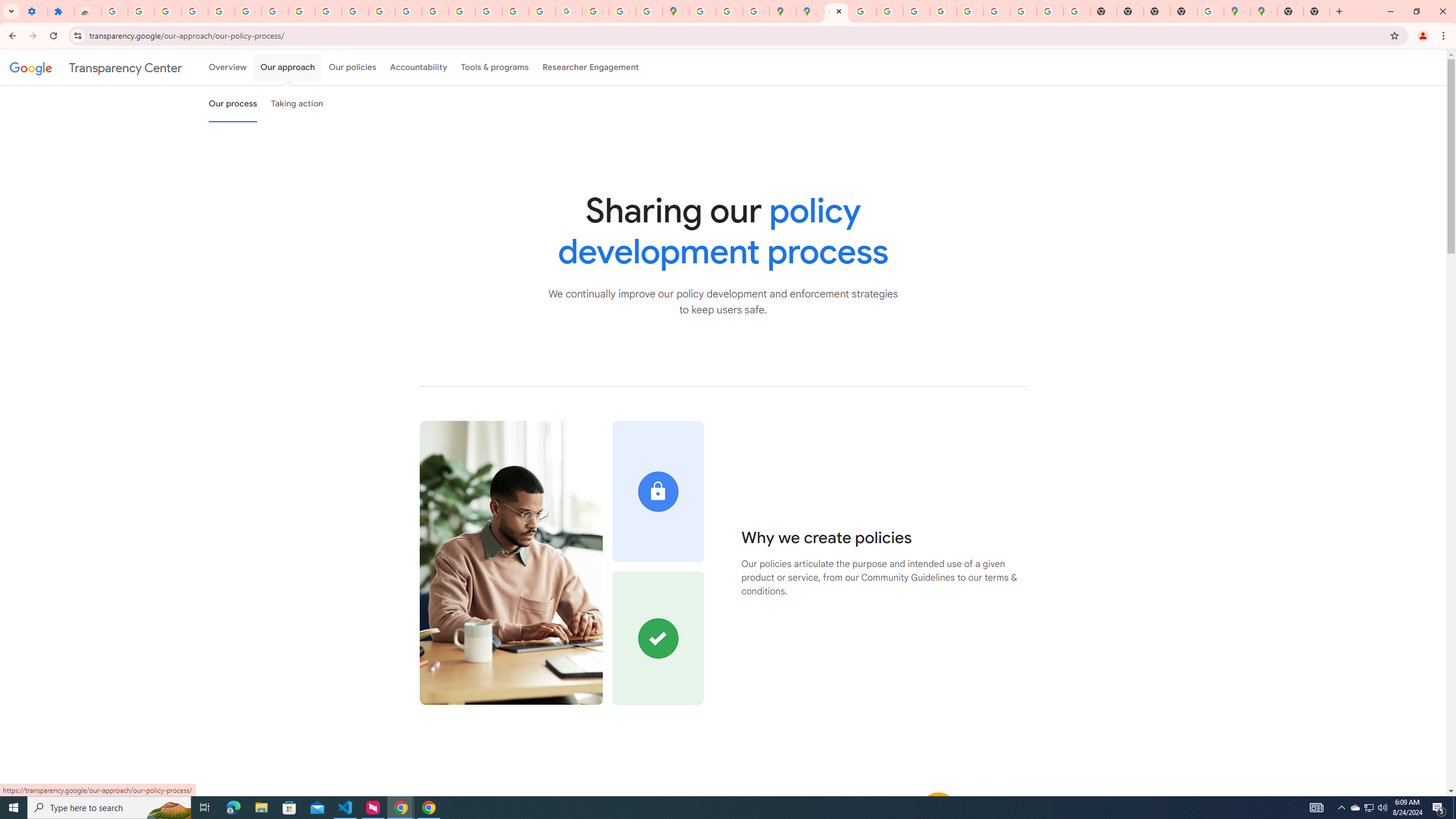 The width and height of the screenshot is (1456, 819). I want to click on 'Tools & programs', so click(494, 67).